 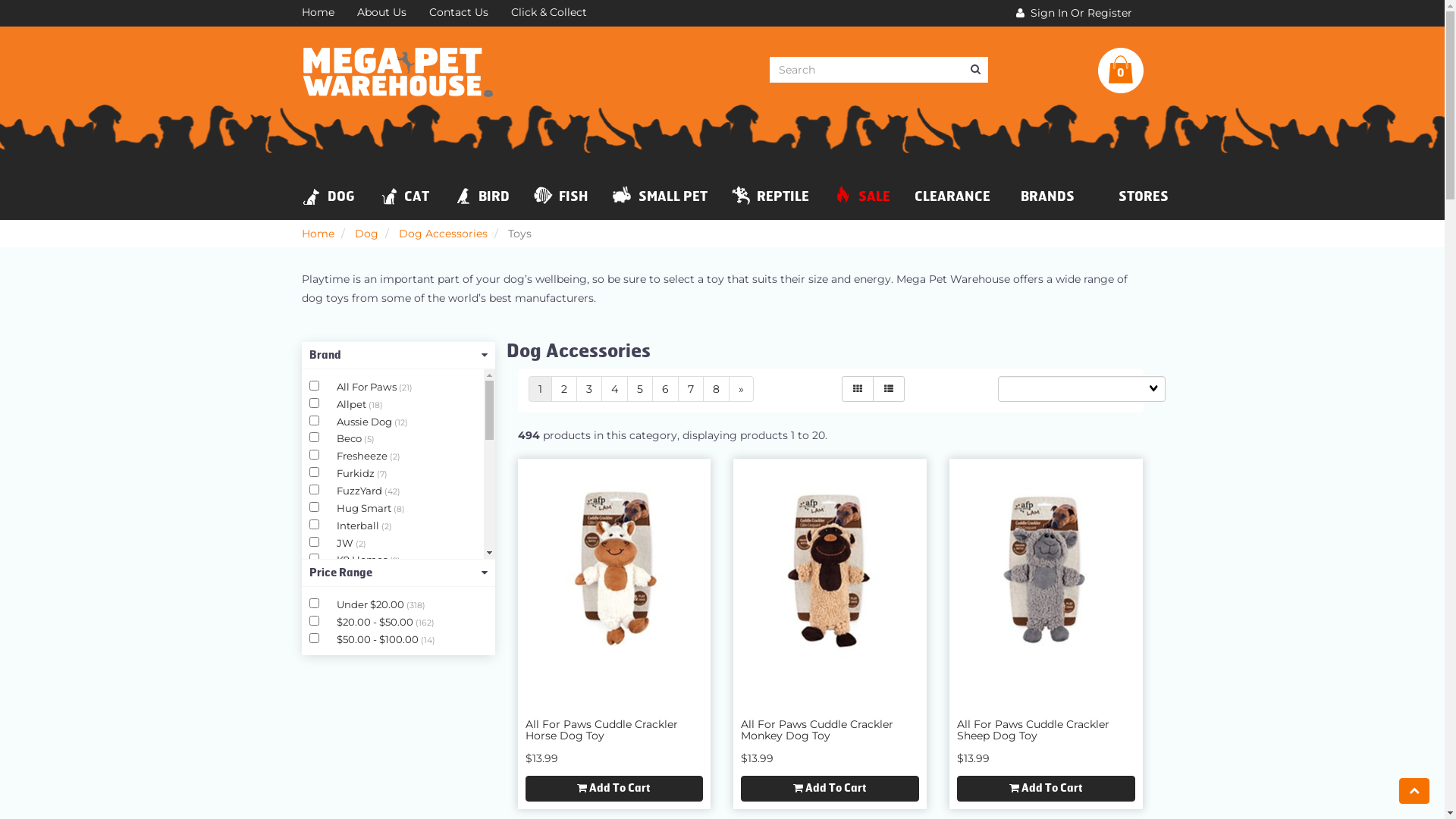 What do you see at coordinates (362, 559) in the screenshot?
I see `'K9 Homes'` at bounding box center [362, 559].